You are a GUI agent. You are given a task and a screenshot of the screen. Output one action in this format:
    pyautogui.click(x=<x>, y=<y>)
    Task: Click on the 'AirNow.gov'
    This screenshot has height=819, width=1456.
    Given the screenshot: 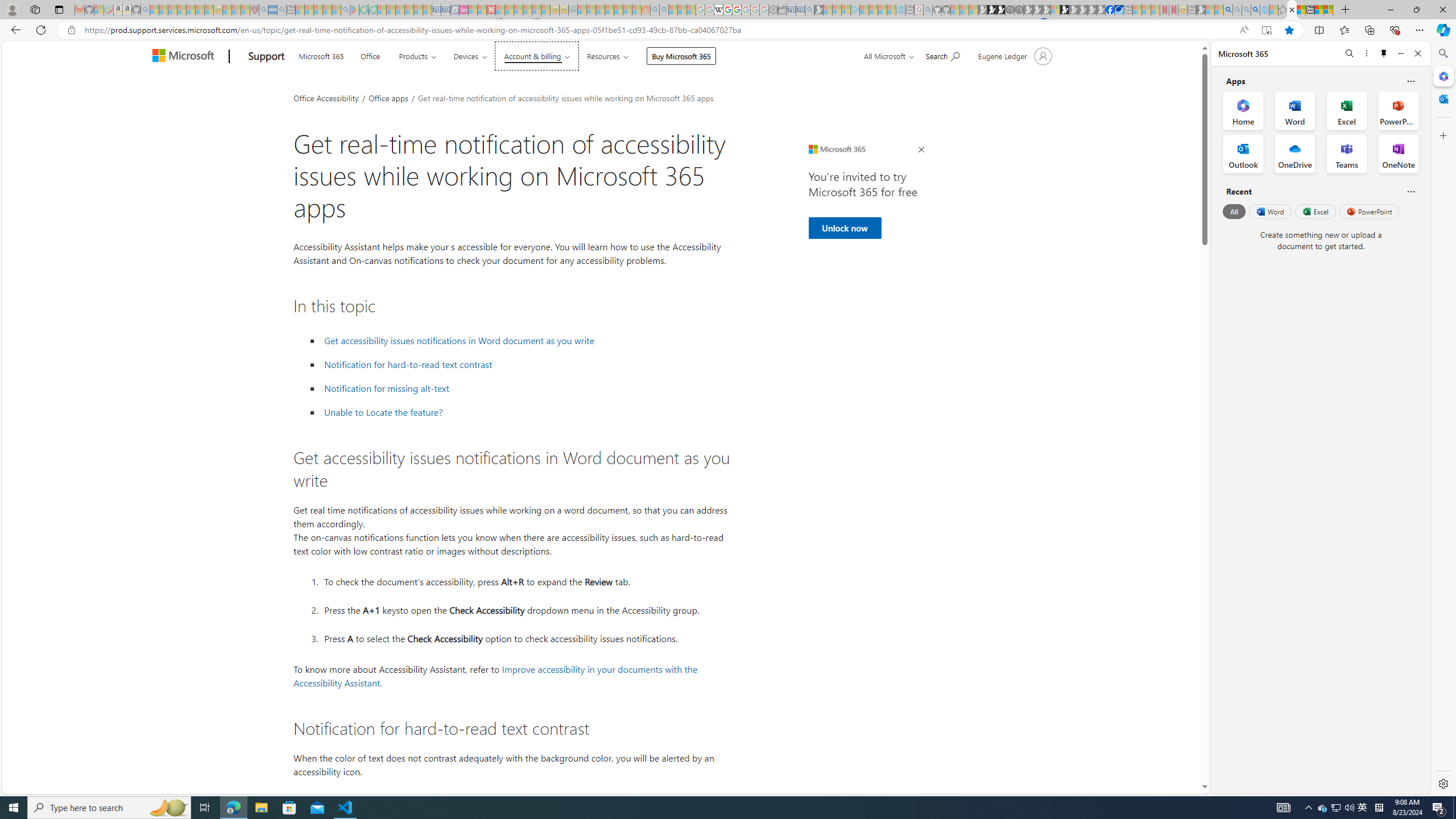 What is the action you would take?
    pyautogui.click(x=1118, y=9)
    